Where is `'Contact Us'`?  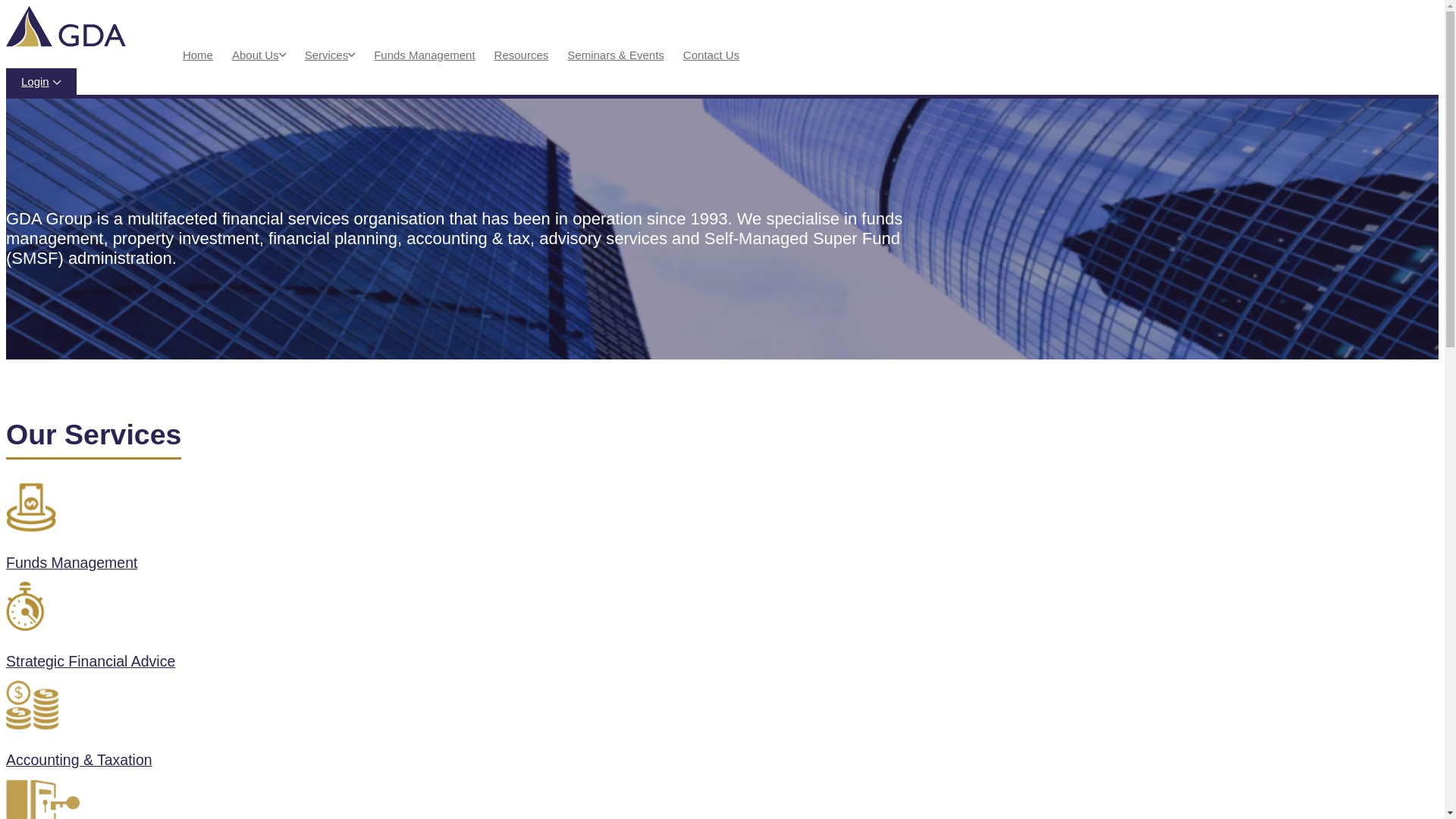
'Contact Us' is located at coordinates (682, 54).